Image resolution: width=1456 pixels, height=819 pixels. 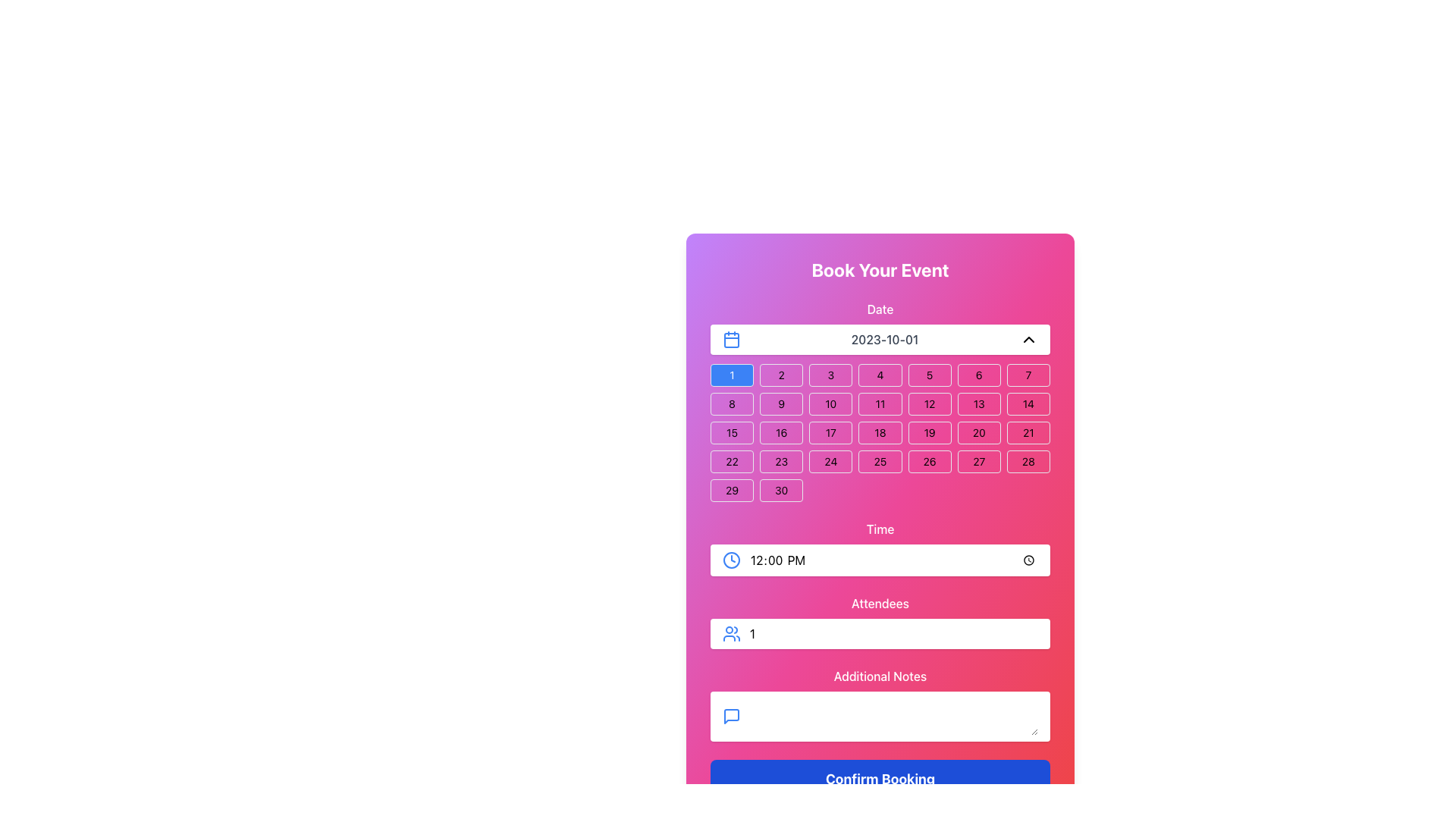 What do you see at coordinates (880, 400) in the screenshot?
I see `the interactive calendar grid cell containing the date '11', which is located in the third row of the calendar grid` at bounding box center [880, 400].